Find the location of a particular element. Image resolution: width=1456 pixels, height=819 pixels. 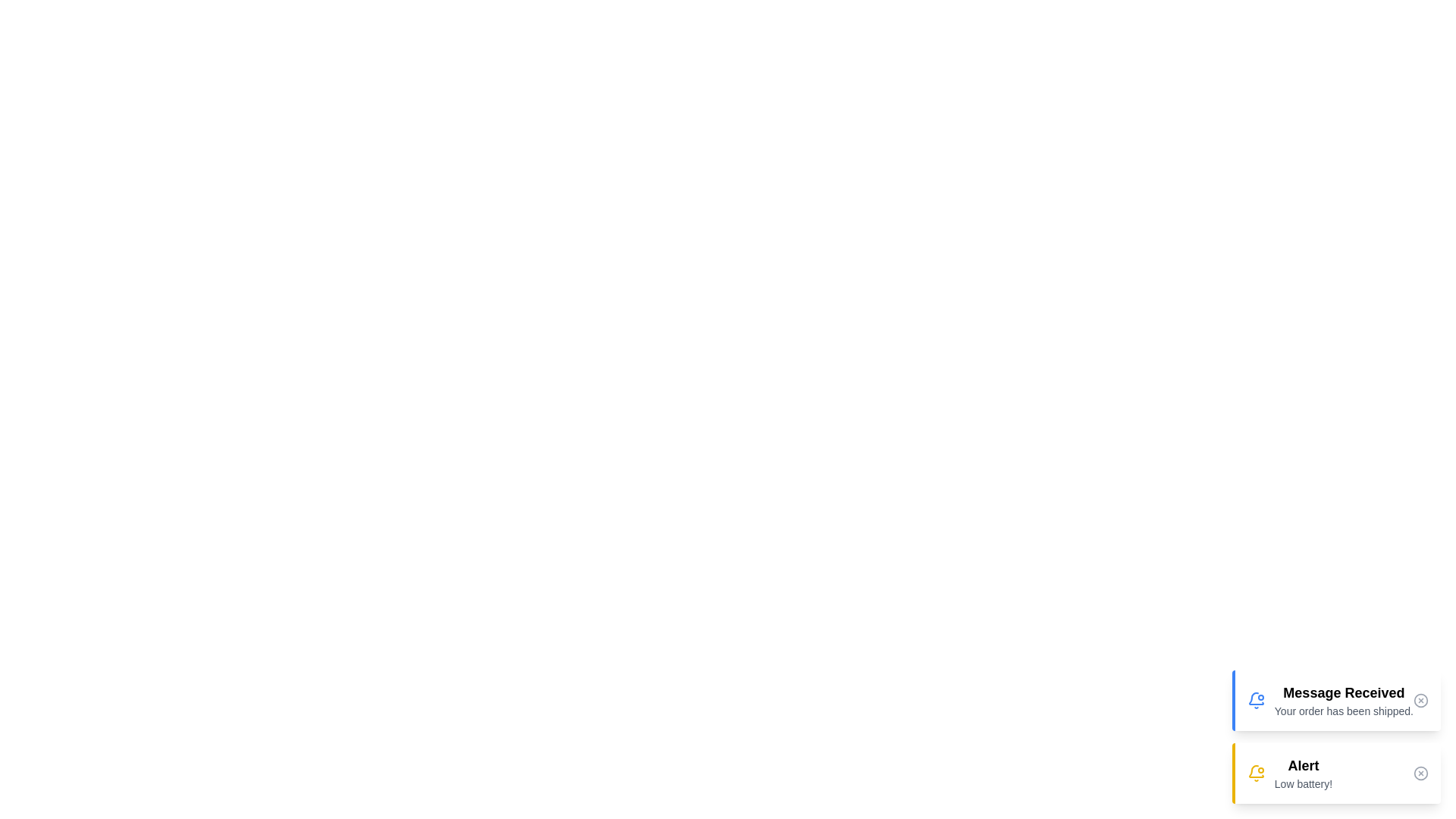

the notification with title Message Received is located at coordinates (1335, 701).